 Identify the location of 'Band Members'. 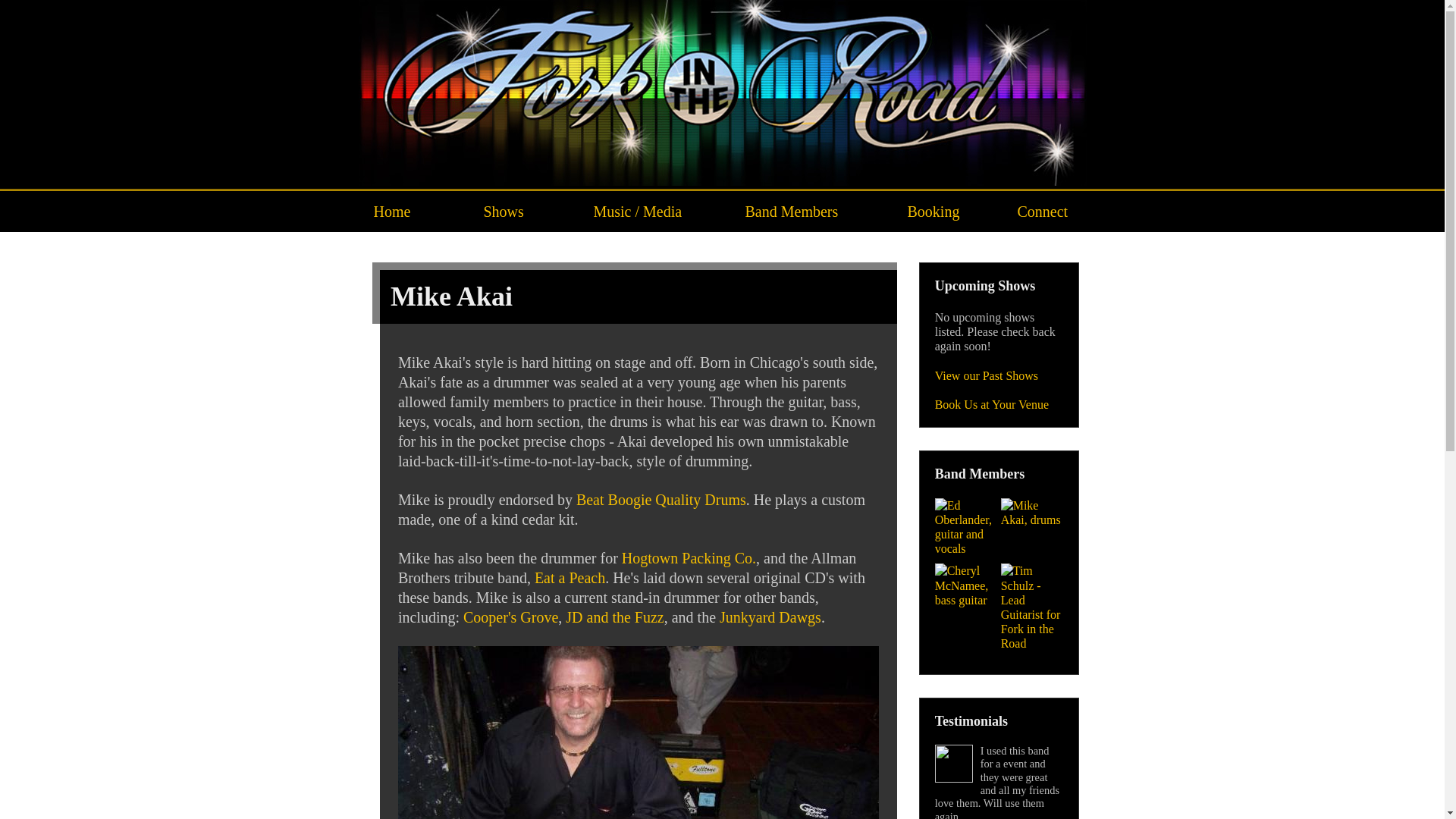
(810, 211).